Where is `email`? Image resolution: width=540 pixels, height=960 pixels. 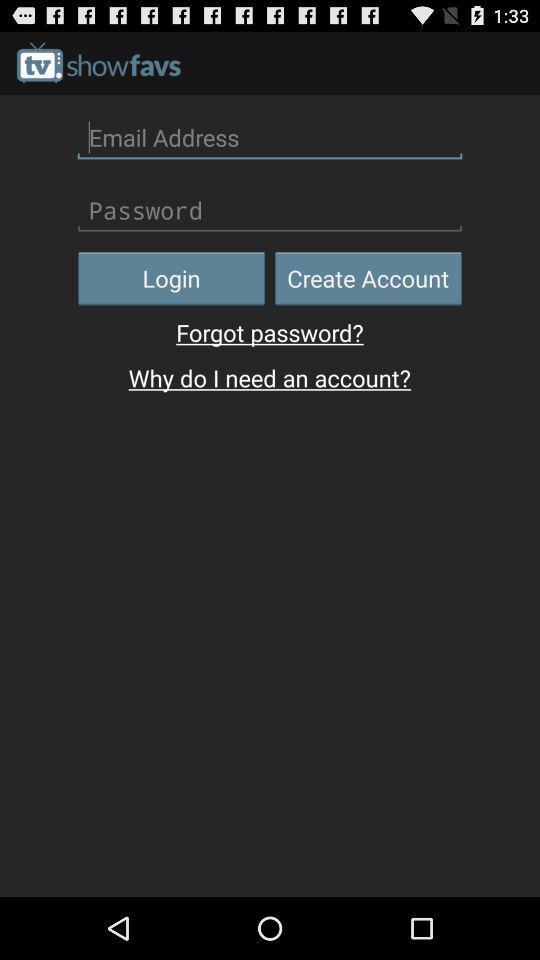
email is located at coordinates (270, 136).